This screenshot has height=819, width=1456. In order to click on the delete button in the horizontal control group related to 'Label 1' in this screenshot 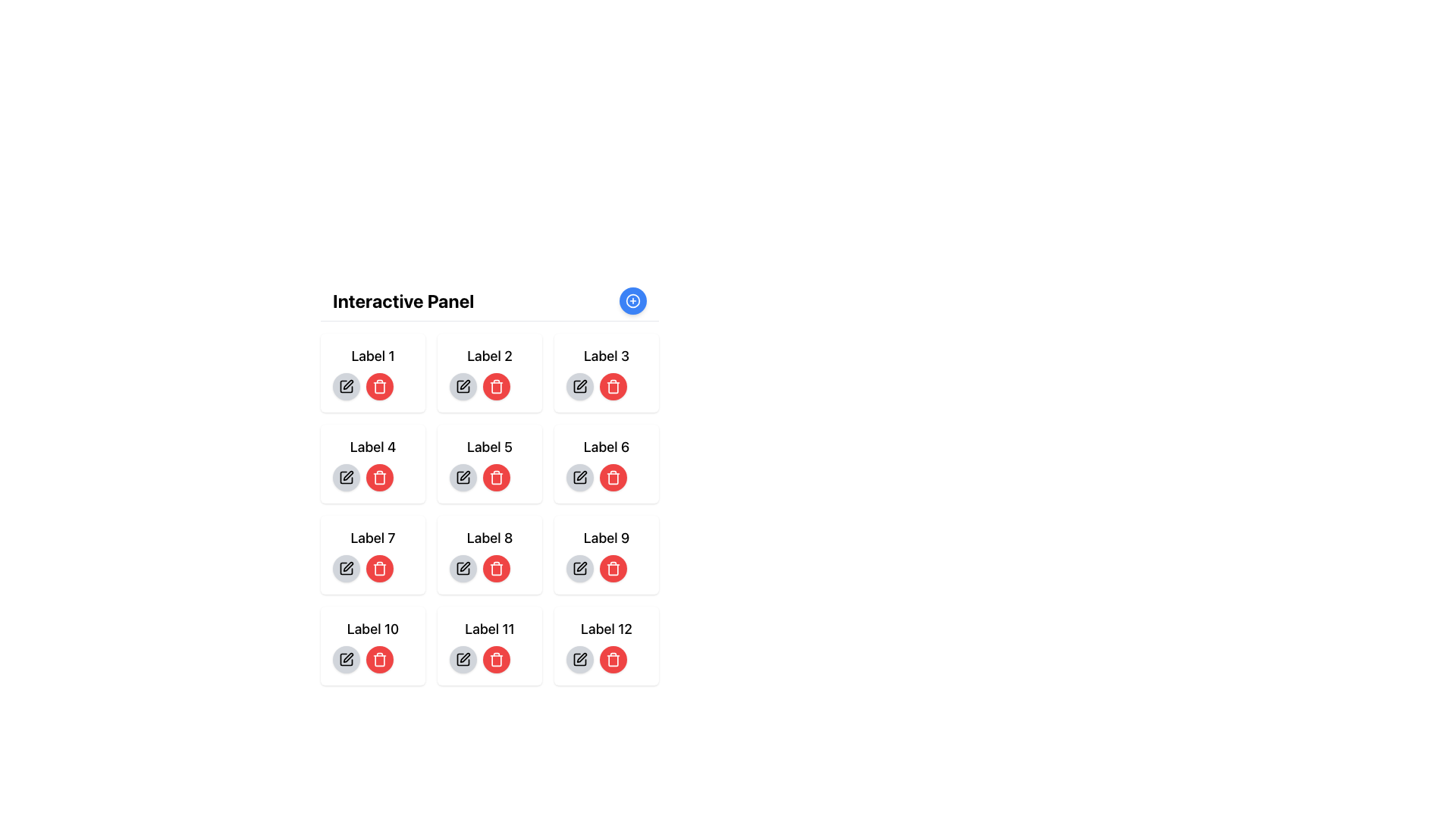, I will do `click(372, 385)`.